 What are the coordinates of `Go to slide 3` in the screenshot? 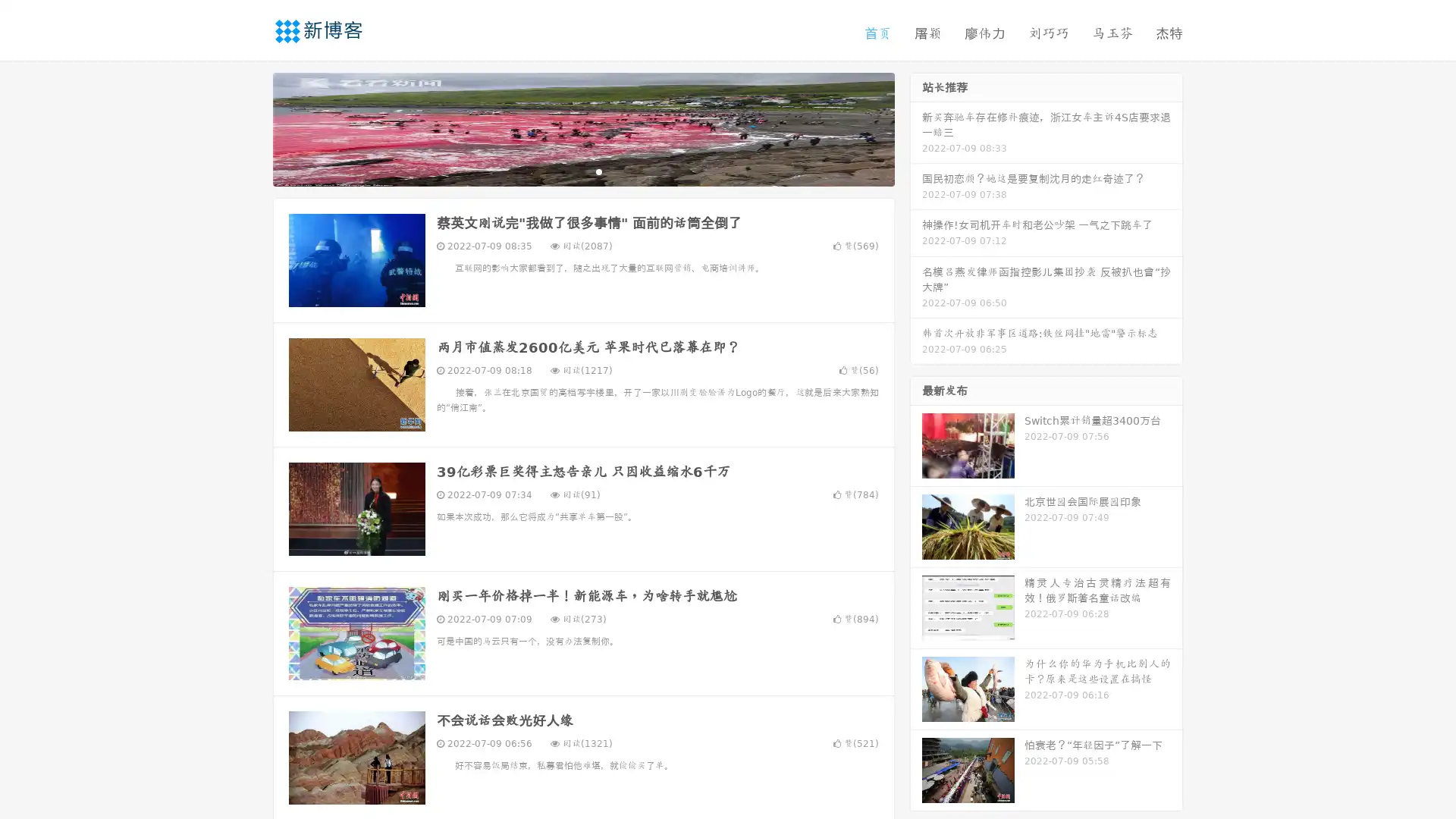 It's located at (598, 171).